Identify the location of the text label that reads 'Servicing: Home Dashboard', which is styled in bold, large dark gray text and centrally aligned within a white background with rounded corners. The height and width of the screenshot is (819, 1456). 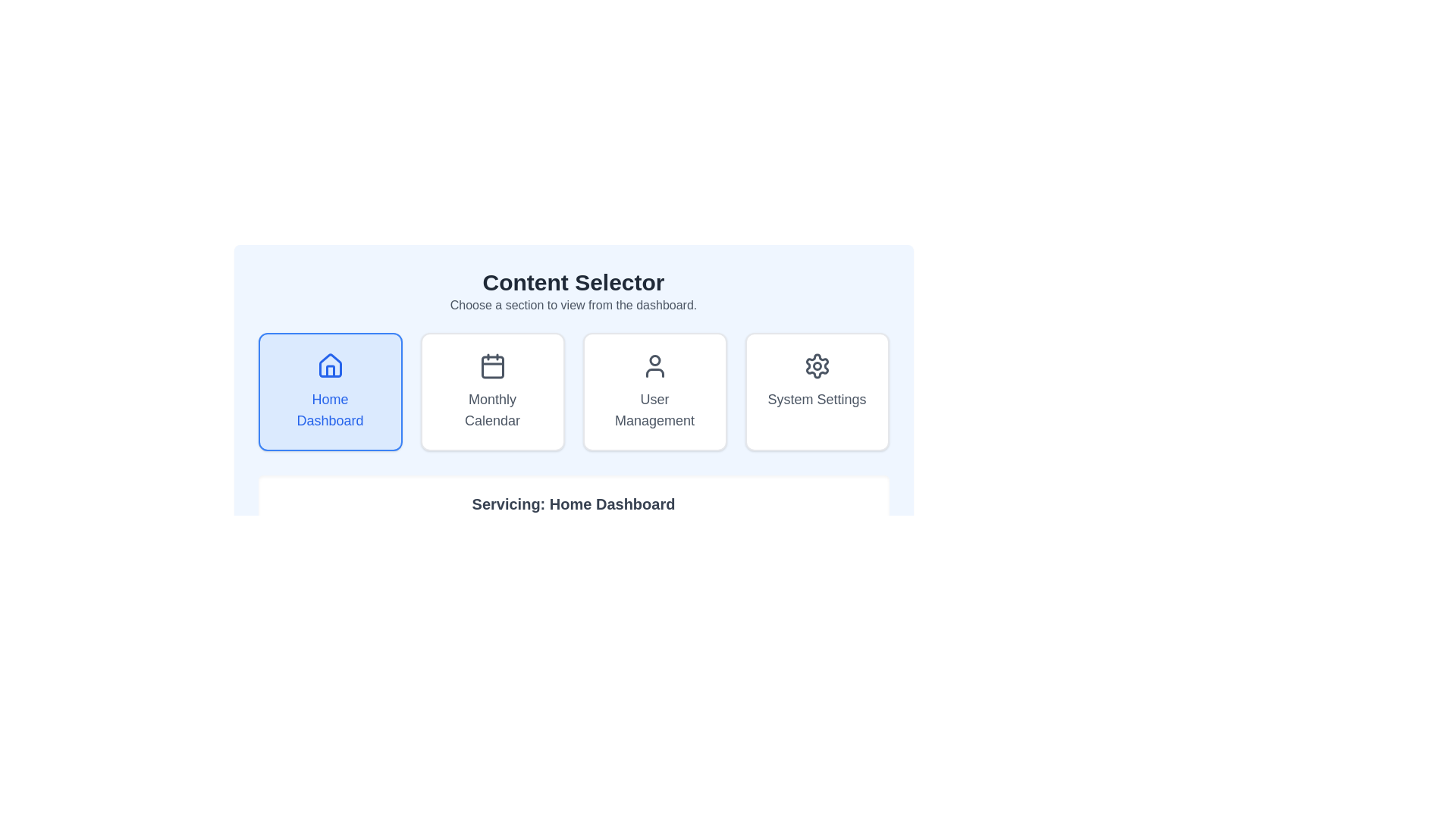
(573, 504).